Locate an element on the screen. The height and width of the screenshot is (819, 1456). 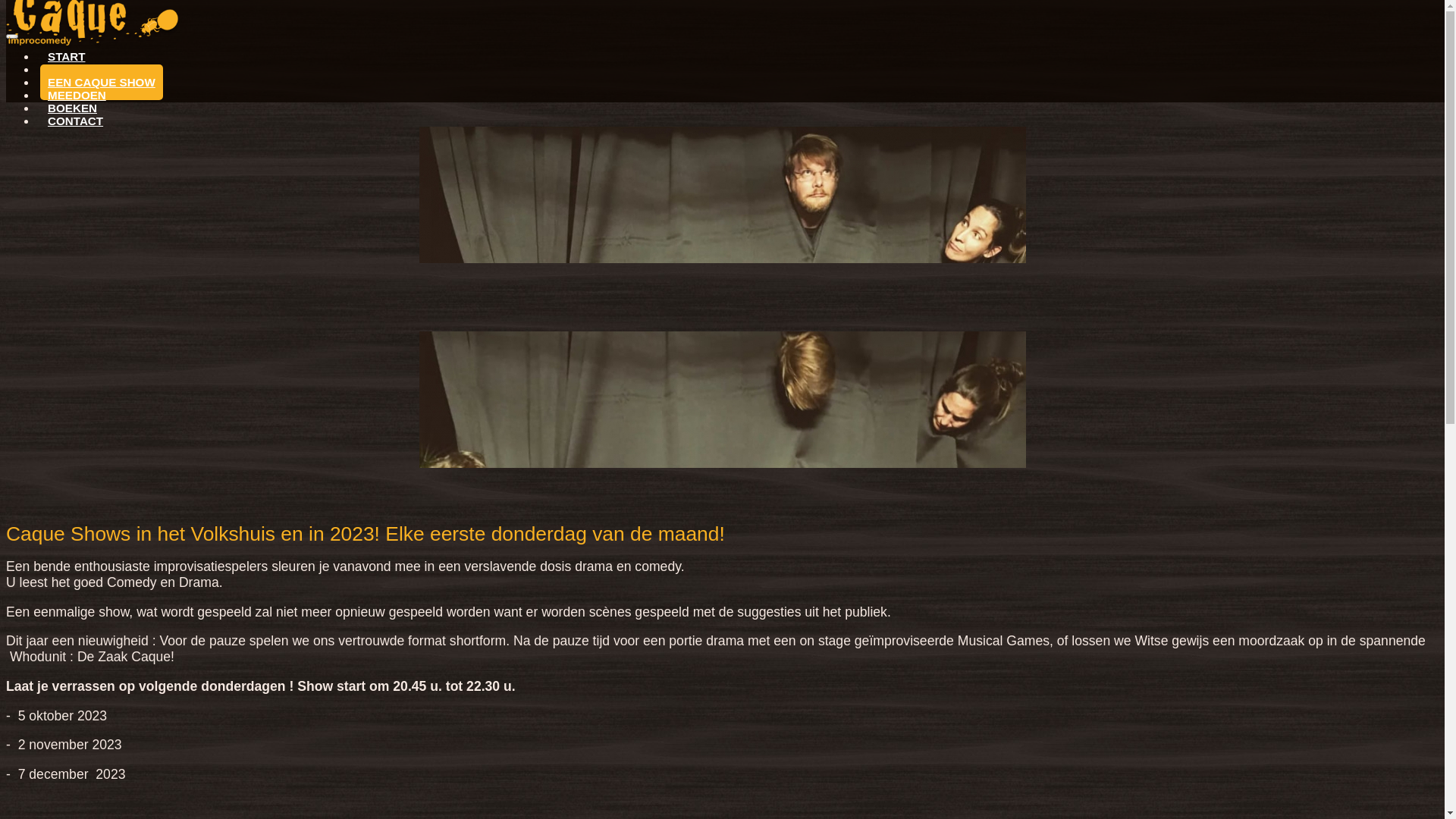
'MEEDOEN' is located at coordinates (76, 95).